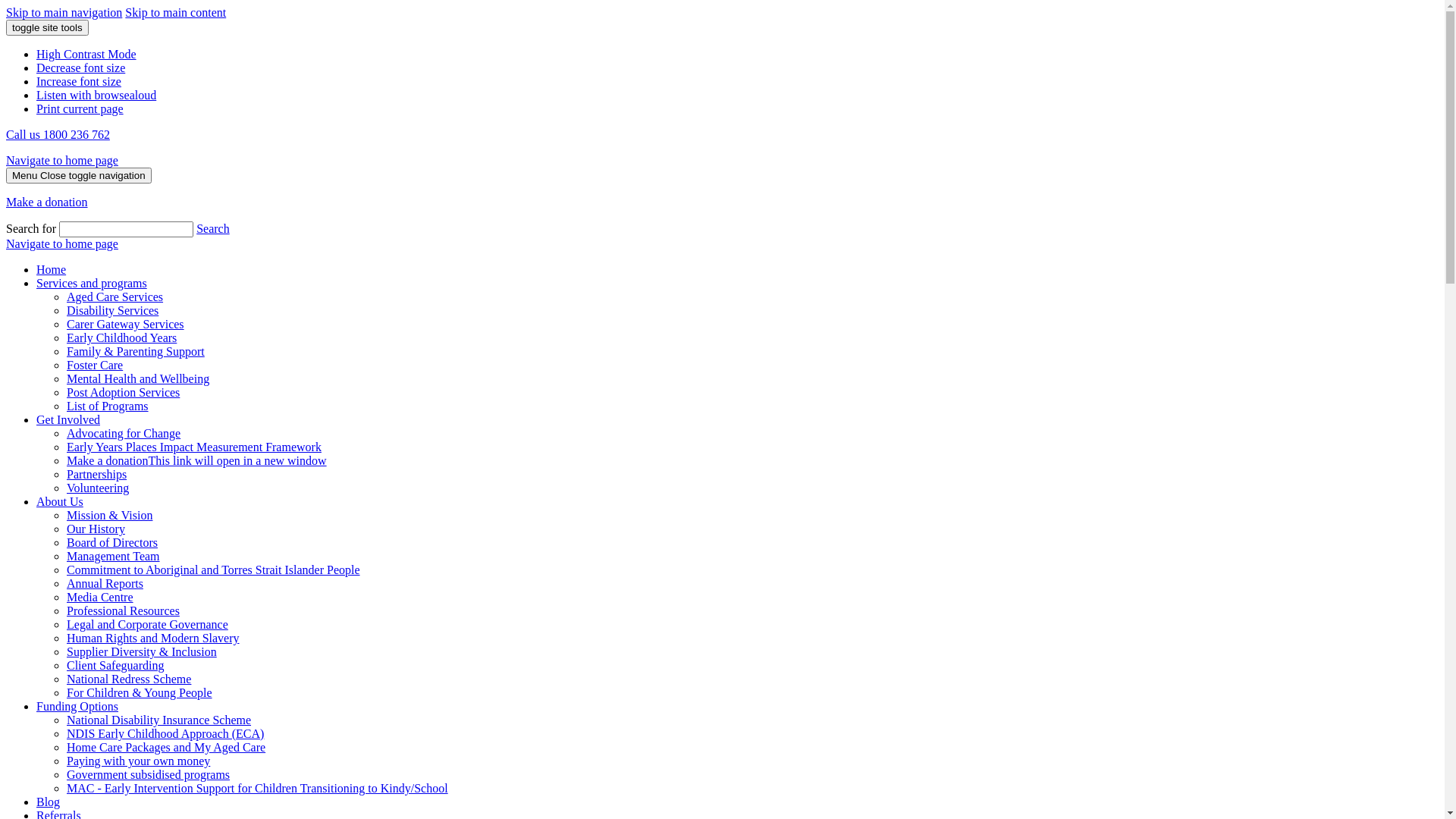 The height and width of the screenshot is (819, 1456). Describe the element at coordinates (65, 297) in the screenshot. I see `'Aged Care Services'` at that location.